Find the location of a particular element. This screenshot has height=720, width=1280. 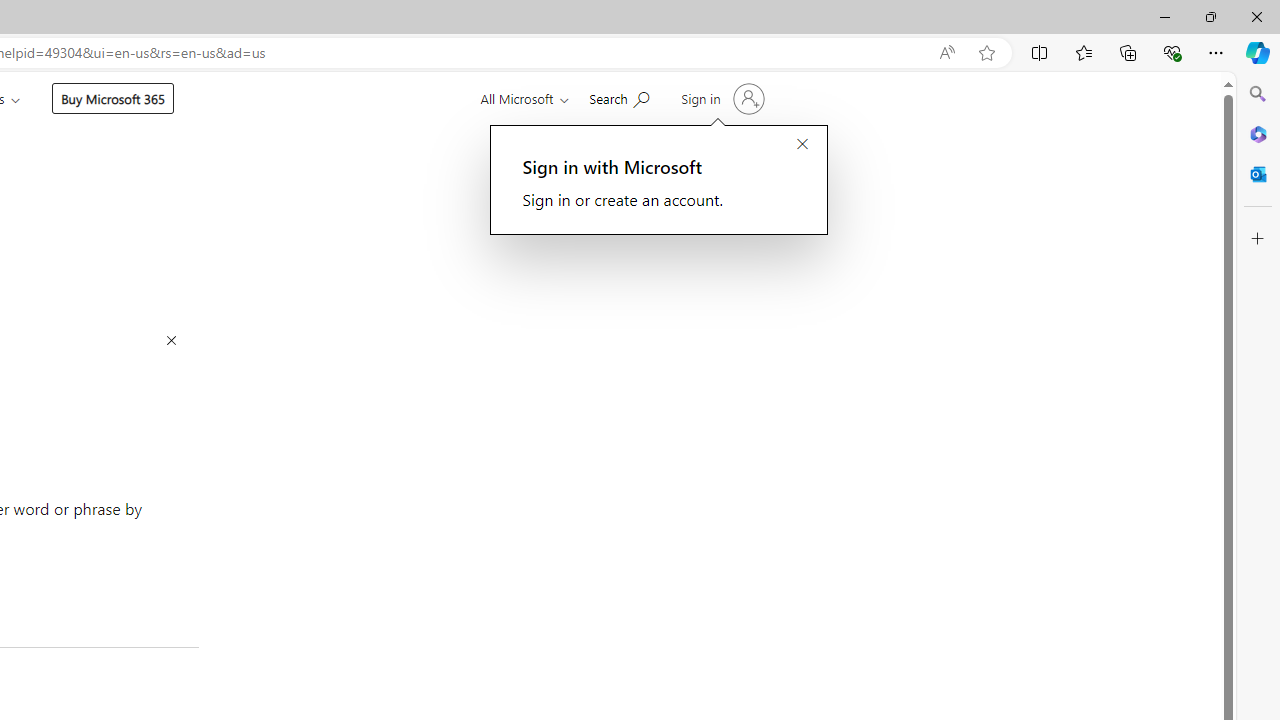

'Buy Microsoft 365' is located at coordinates (112, 98).